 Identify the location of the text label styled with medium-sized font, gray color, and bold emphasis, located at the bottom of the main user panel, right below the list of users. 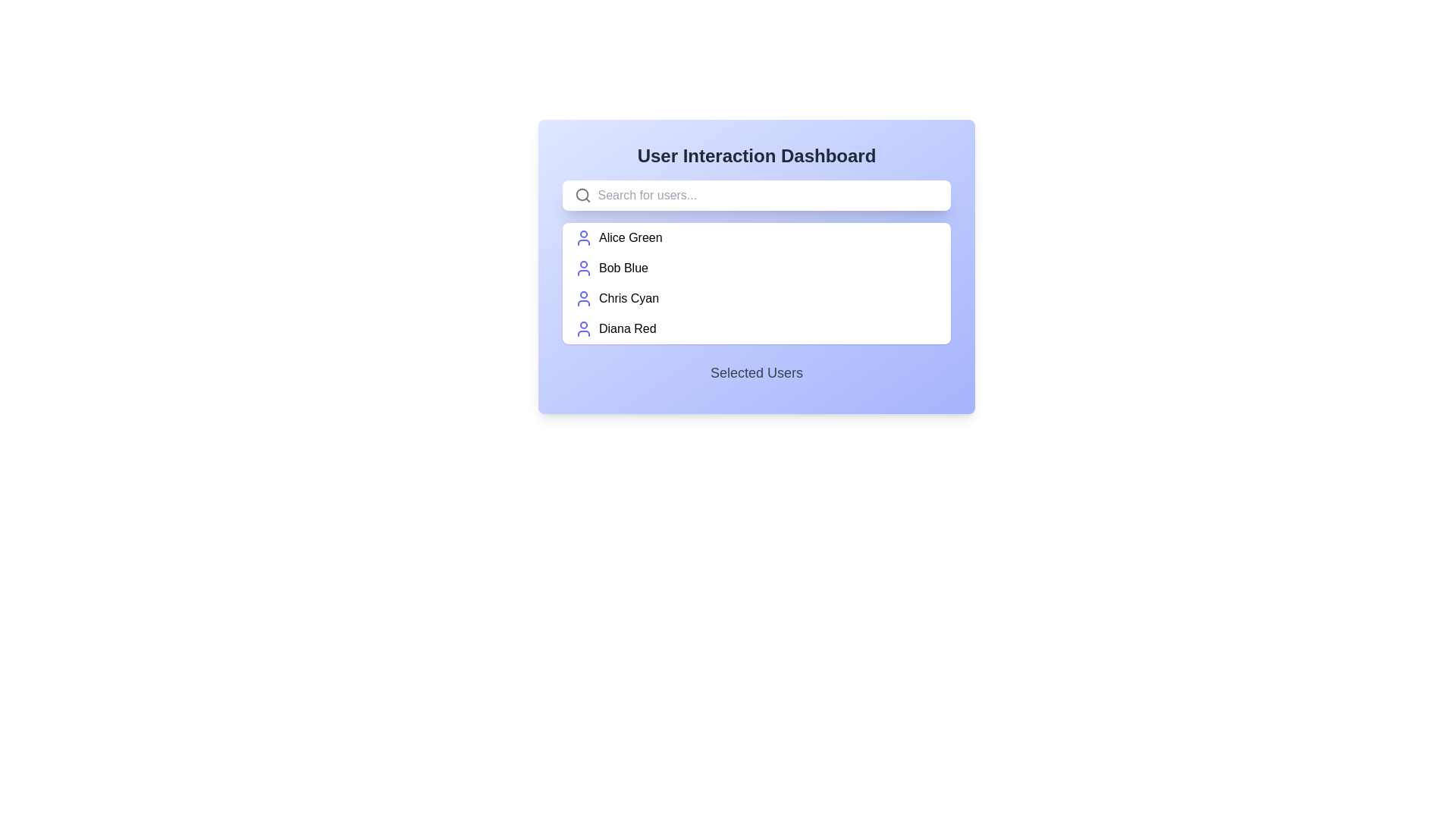
(757, 373).